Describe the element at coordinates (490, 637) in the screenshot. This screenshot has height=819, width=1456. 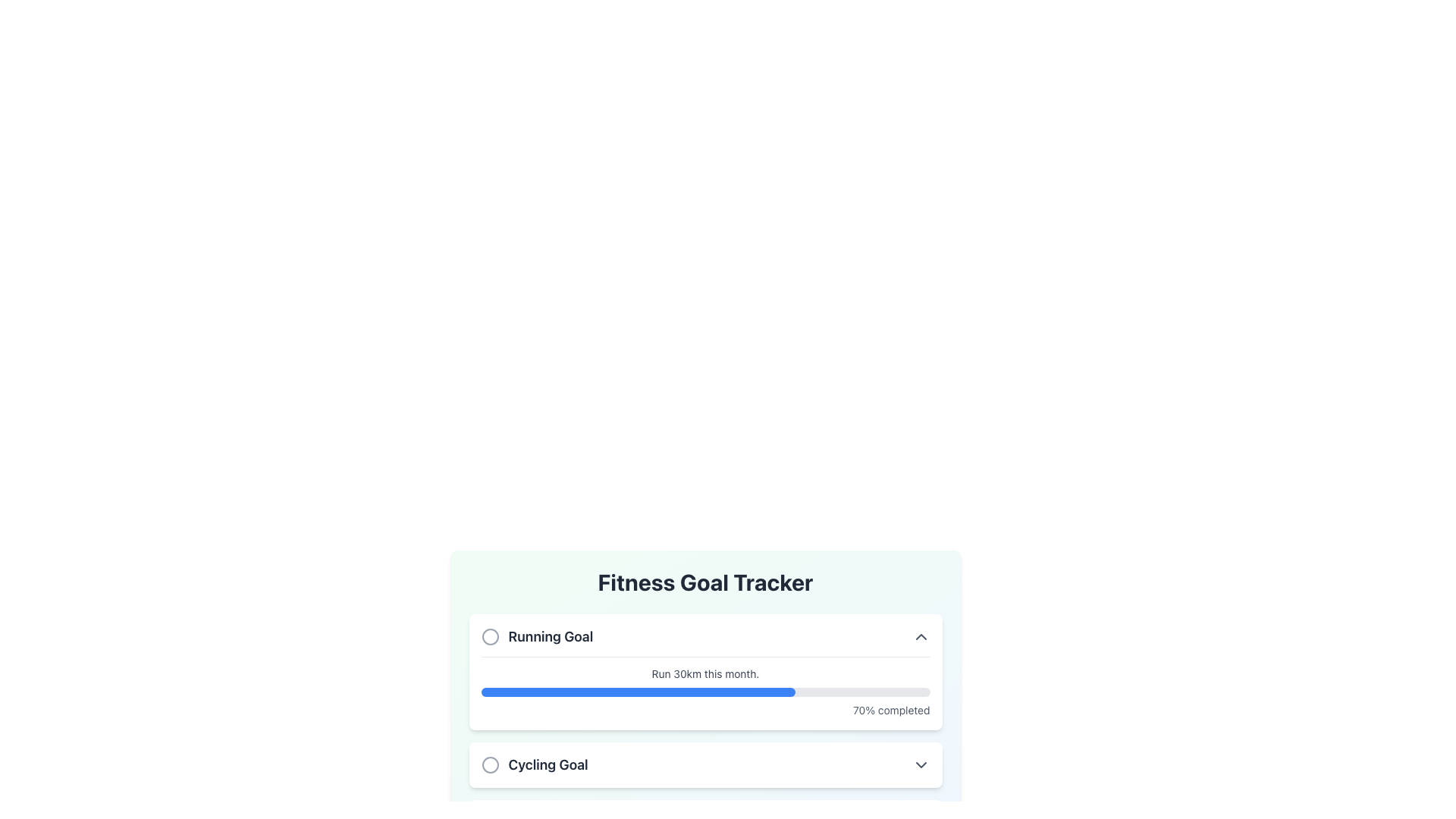
I see `the hollow circular gray icon indicating a non-selected state` at that location.